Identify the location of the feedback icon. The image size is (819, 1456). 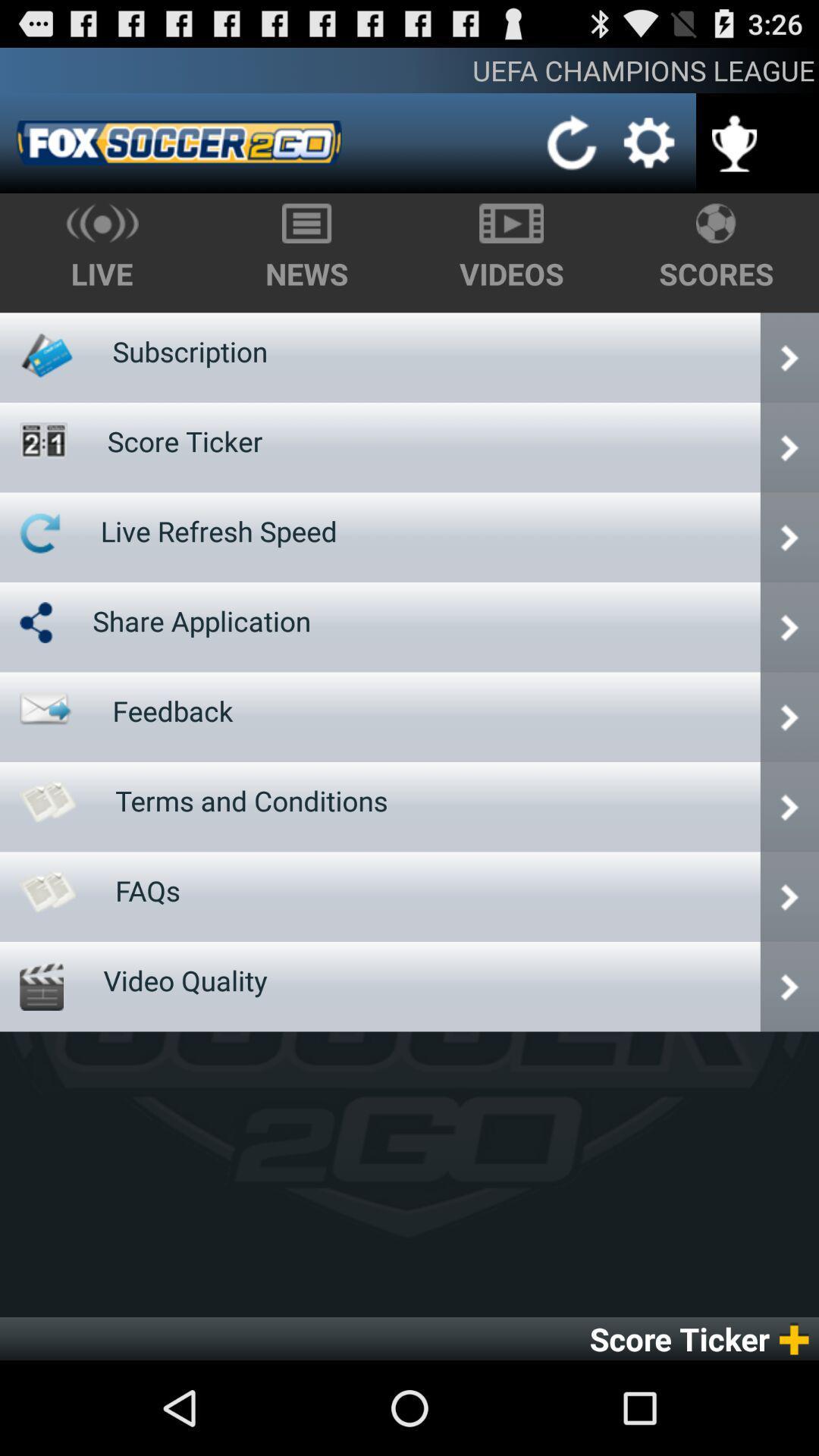
(171, 710).